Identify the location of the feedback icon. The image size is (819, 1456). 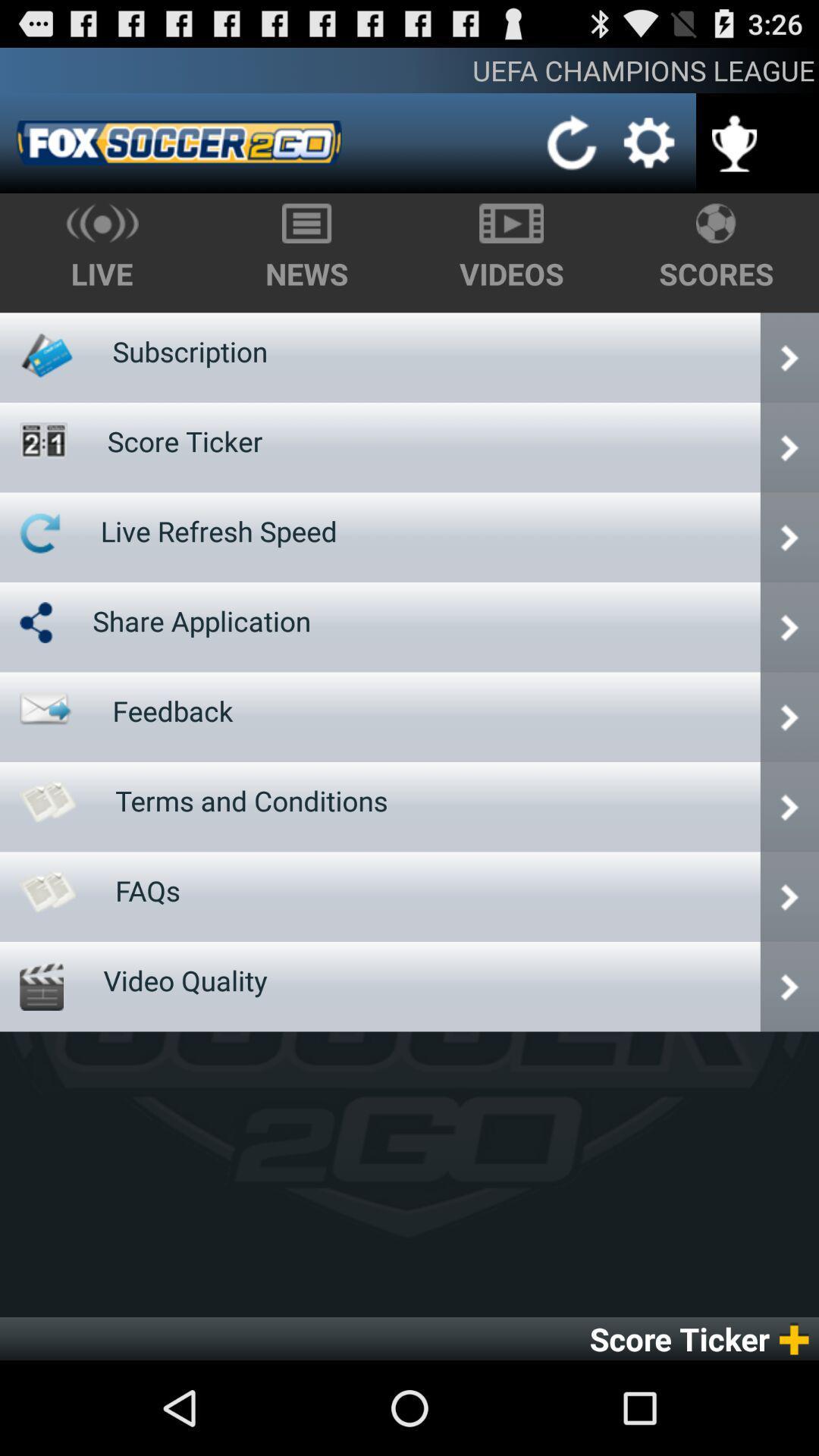
(171, 710).